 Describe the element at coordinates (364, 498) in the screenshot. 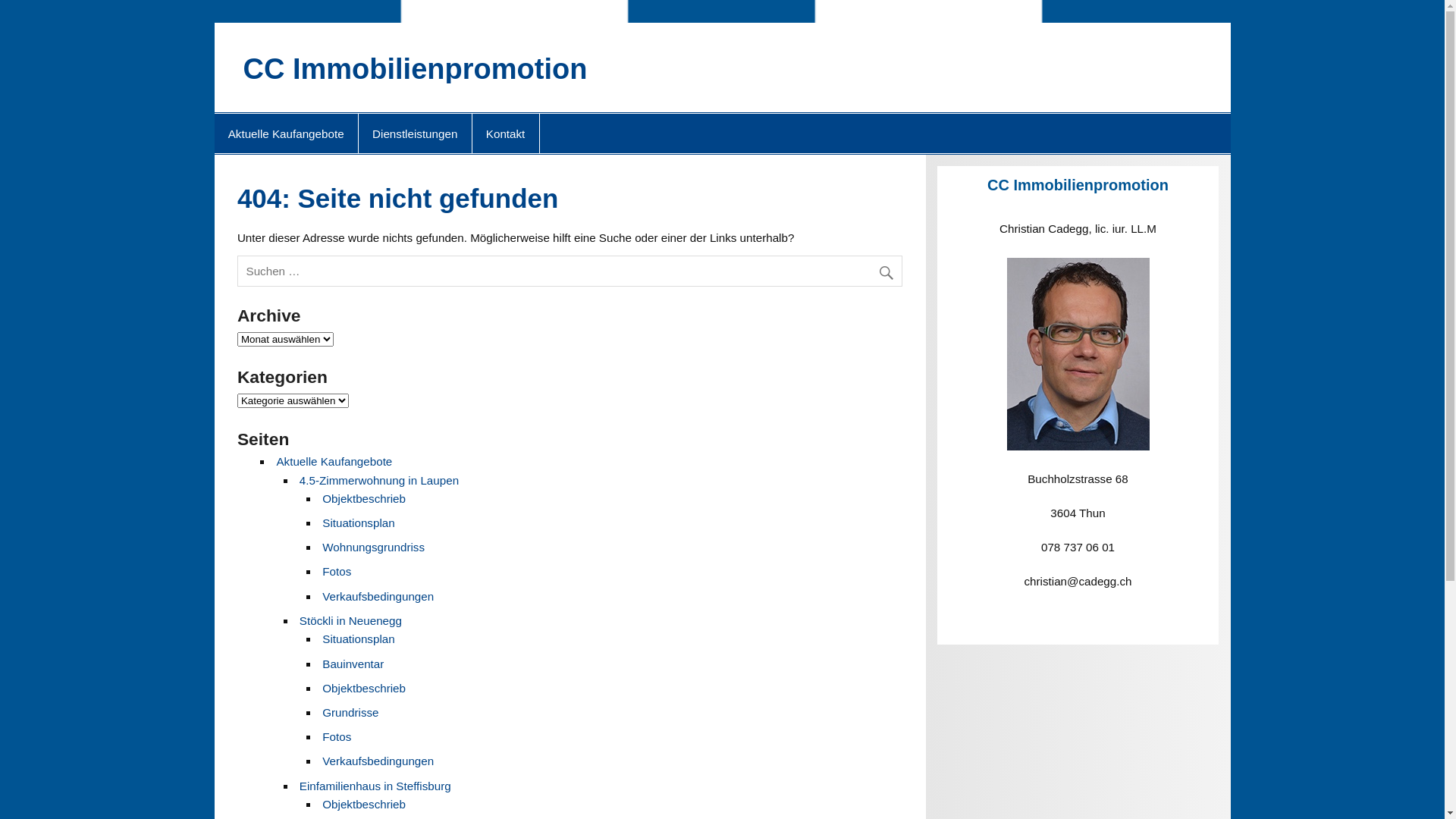

I see `'Objektbeschrieb'` at that location.